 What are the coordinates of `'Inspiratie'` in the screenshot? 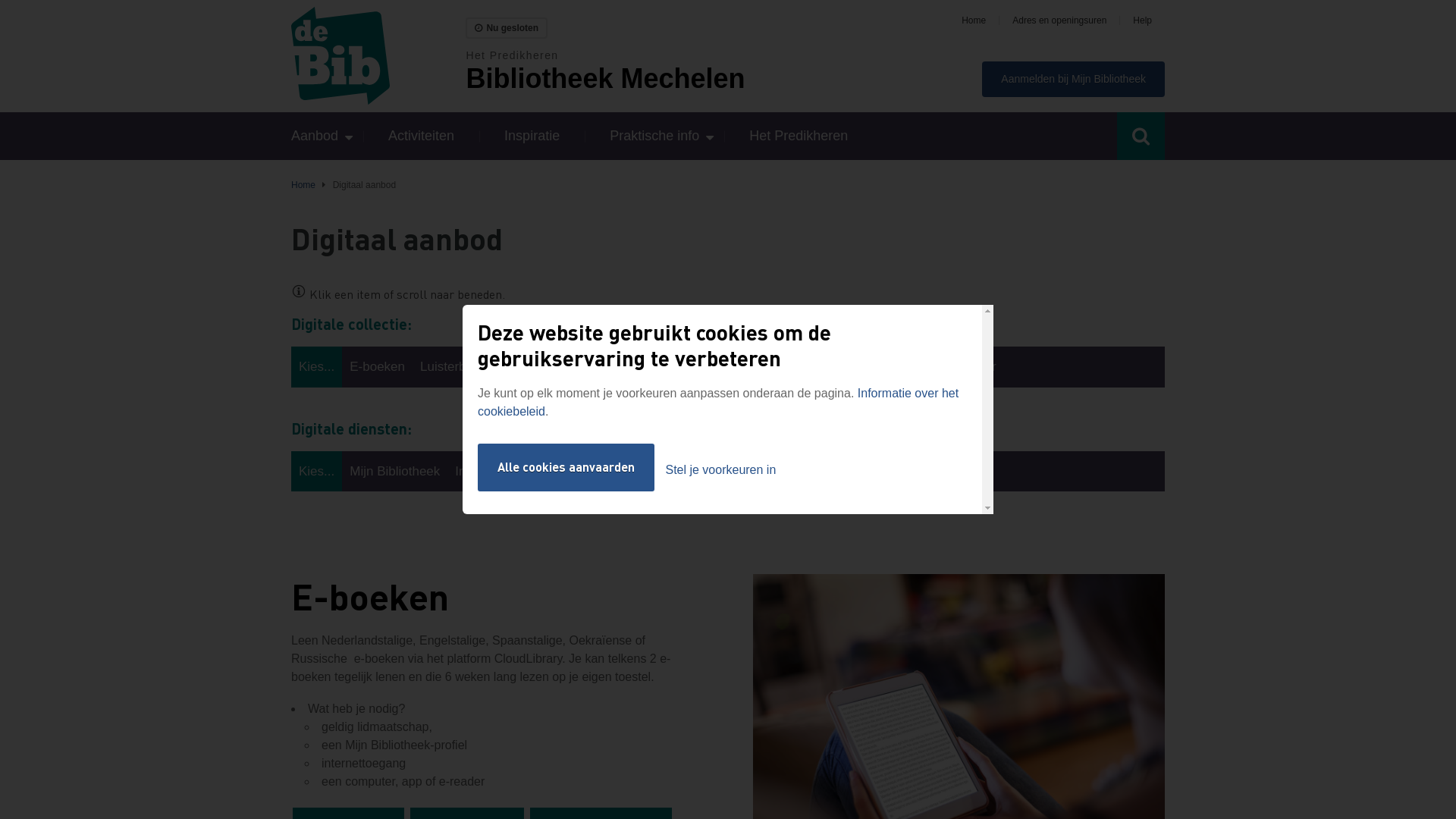 It's located at (532, 135).